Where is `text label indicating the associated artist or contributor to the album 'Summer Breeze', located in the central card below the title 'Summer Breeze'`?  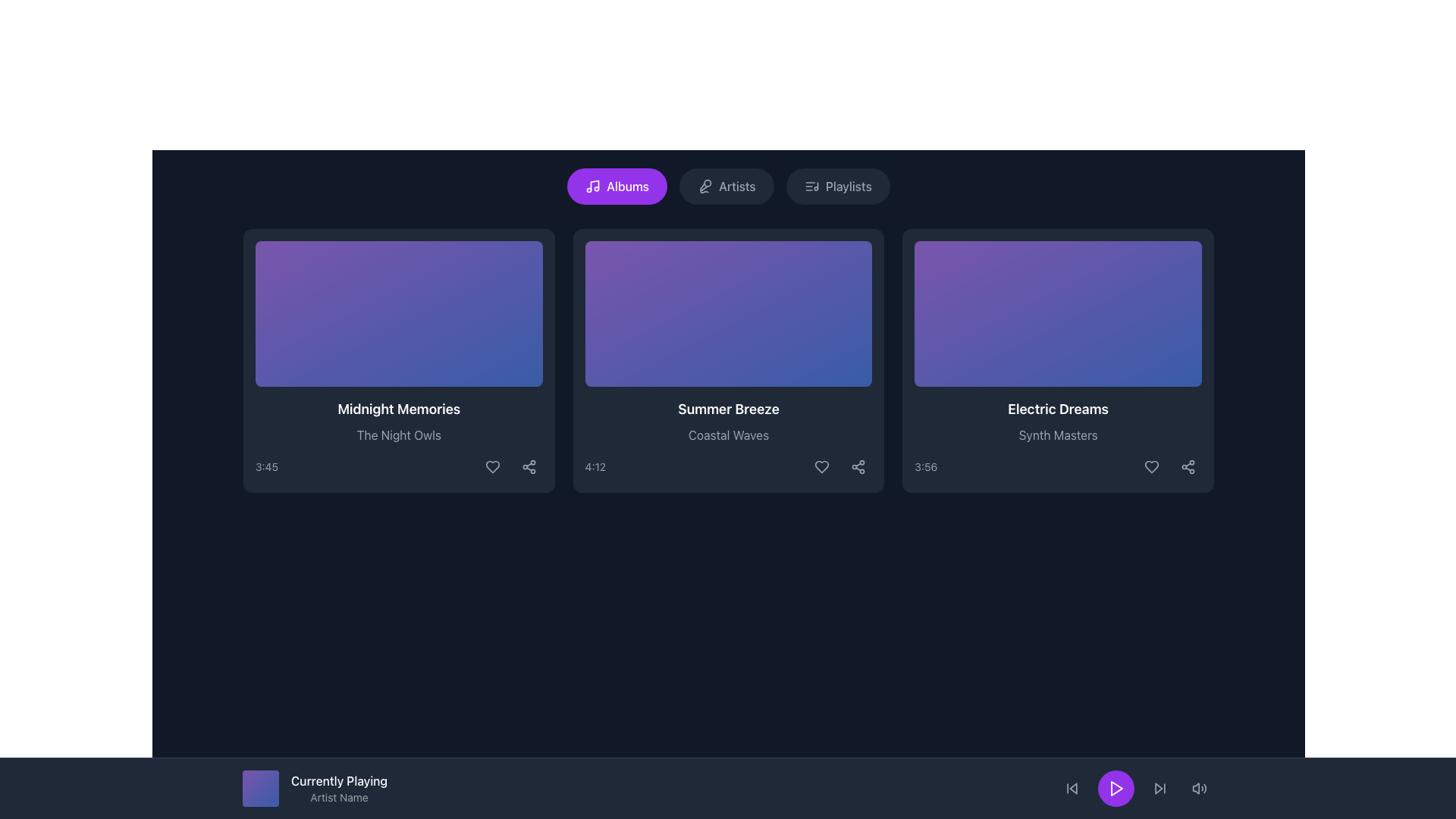 text label indicating the associated artist or contributor to the album 'Summer Breeze', located in the central card below the title 'Summer Breeze' is located at coordinates (728, 435).